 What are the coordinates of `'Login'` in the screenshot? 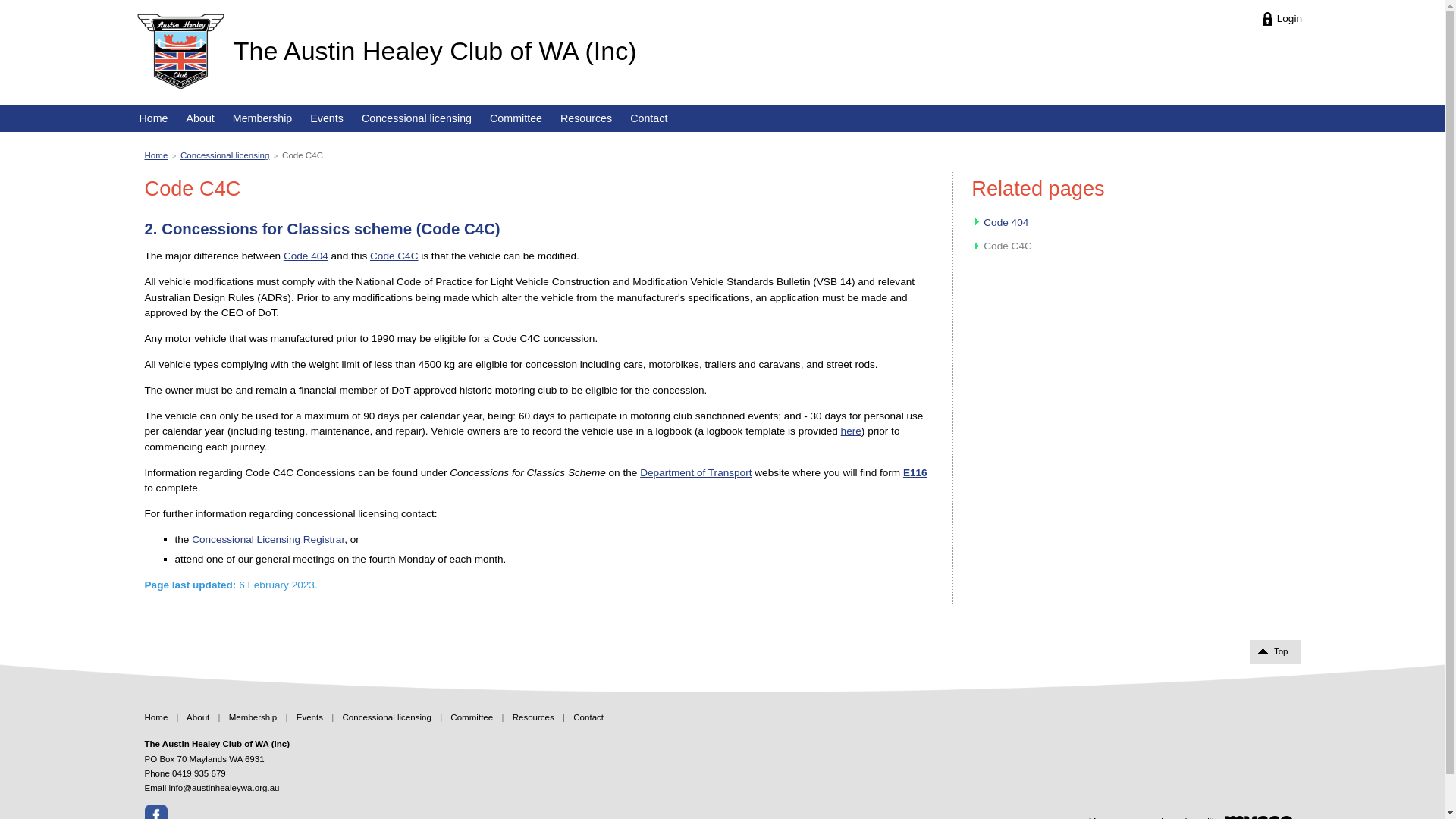 It's located at (1258, 18).